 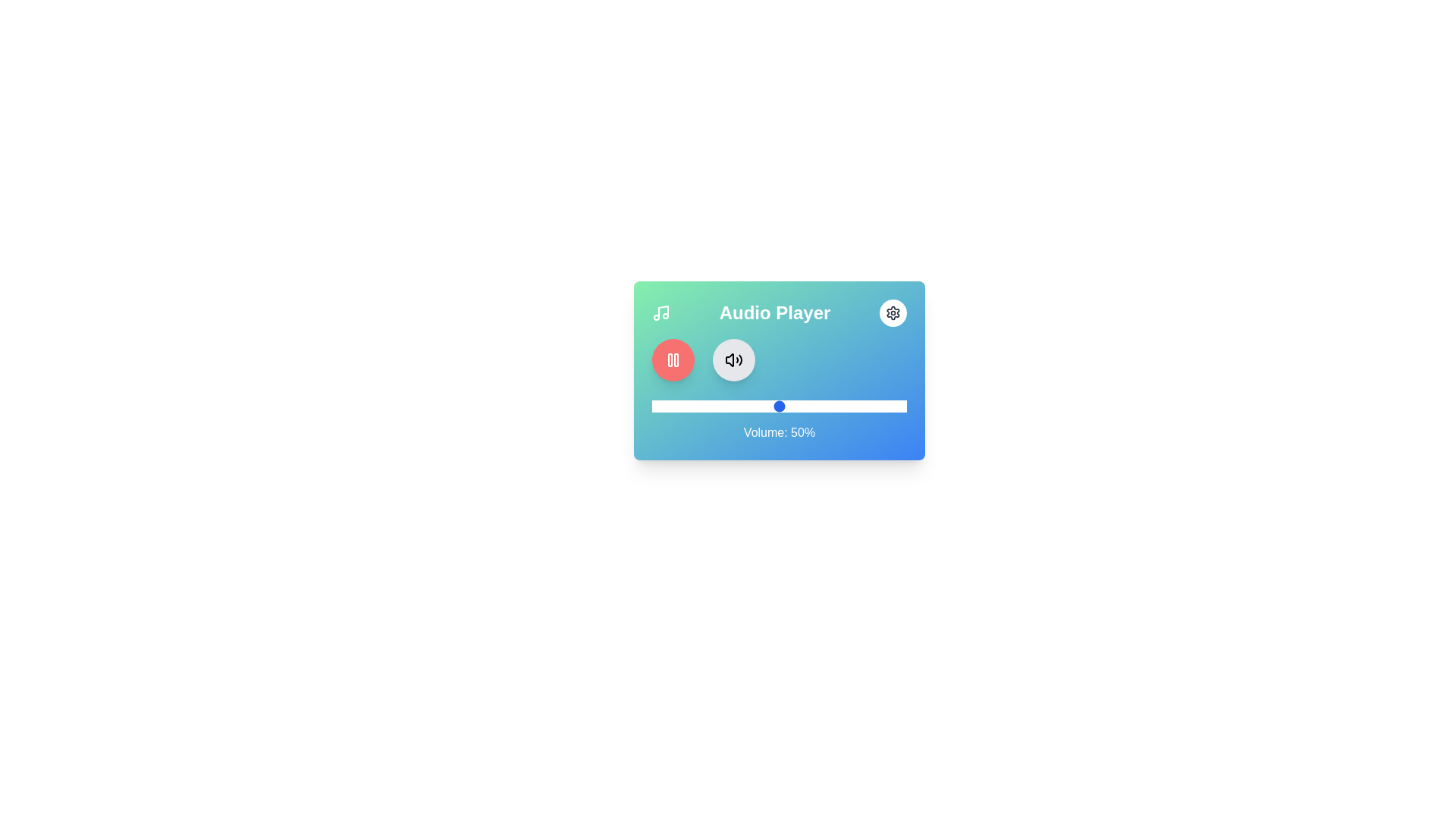 What do you see at coordinates (822, 406) in the screenshot?
I see `the audio player's volume` at bounding box center [822, 406].